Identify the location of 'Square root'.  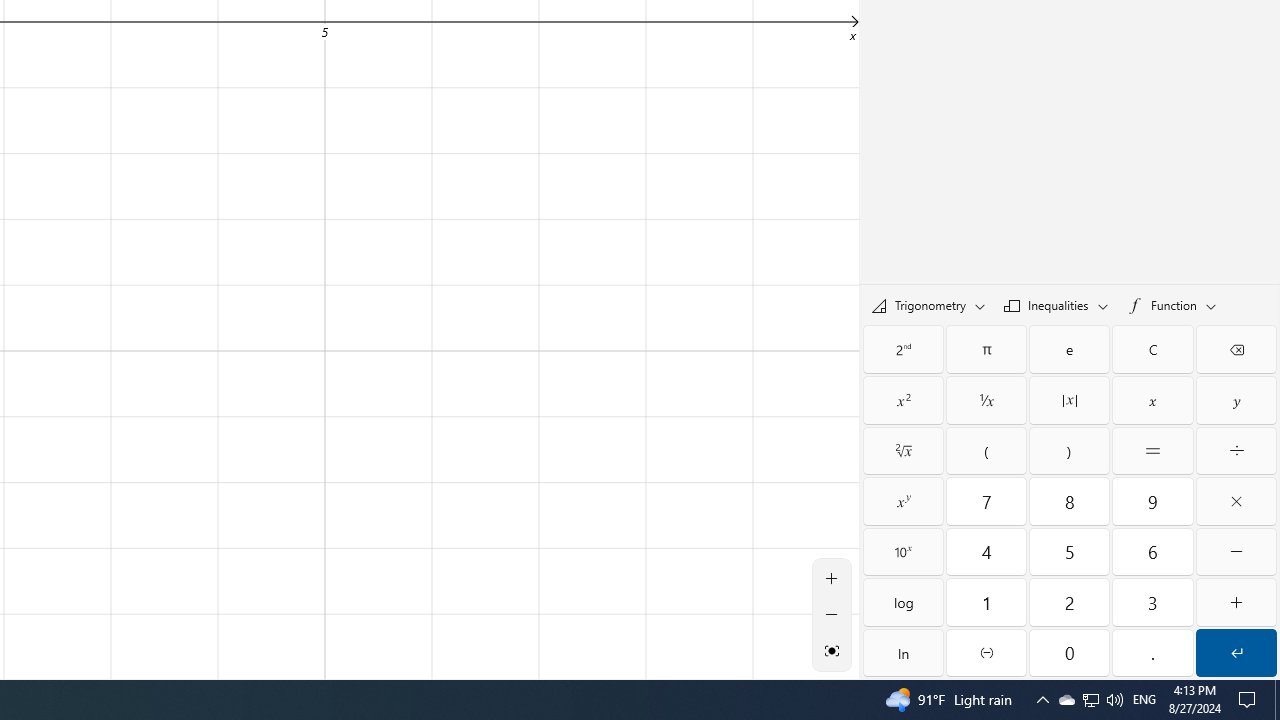
(902, 451).